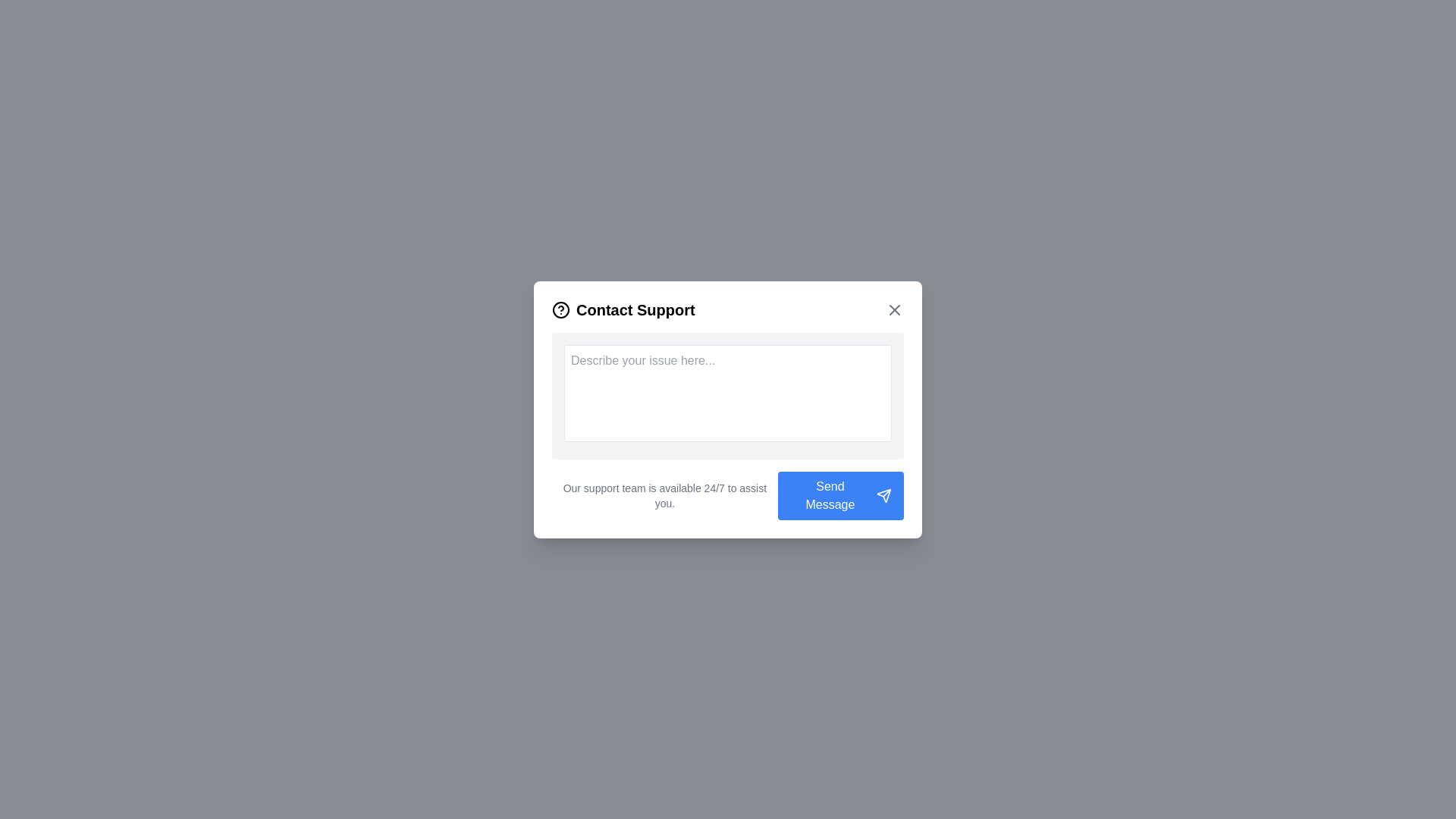 This screenshot has height=819, width=1456. Describe the element at coordinates (839, 495) in the screenshot. I see `the 'Send Message' button located at the bottom-right of the 'Contact Support' modal dialog box` at that location.